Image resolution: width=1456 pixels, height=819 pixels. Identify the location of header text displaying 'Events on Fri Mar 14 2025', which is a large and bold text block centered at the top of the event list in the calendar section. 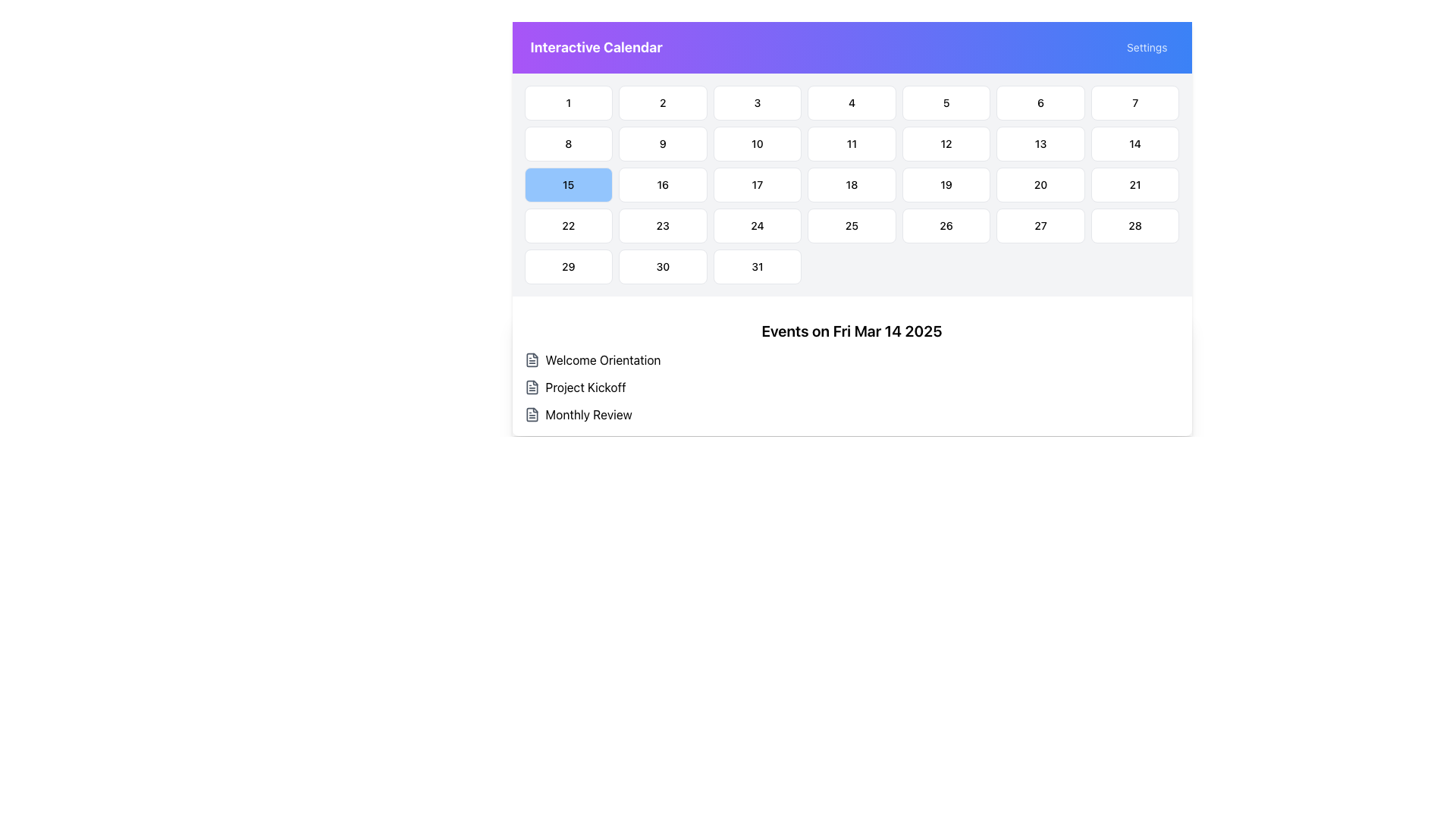
(852, 330).